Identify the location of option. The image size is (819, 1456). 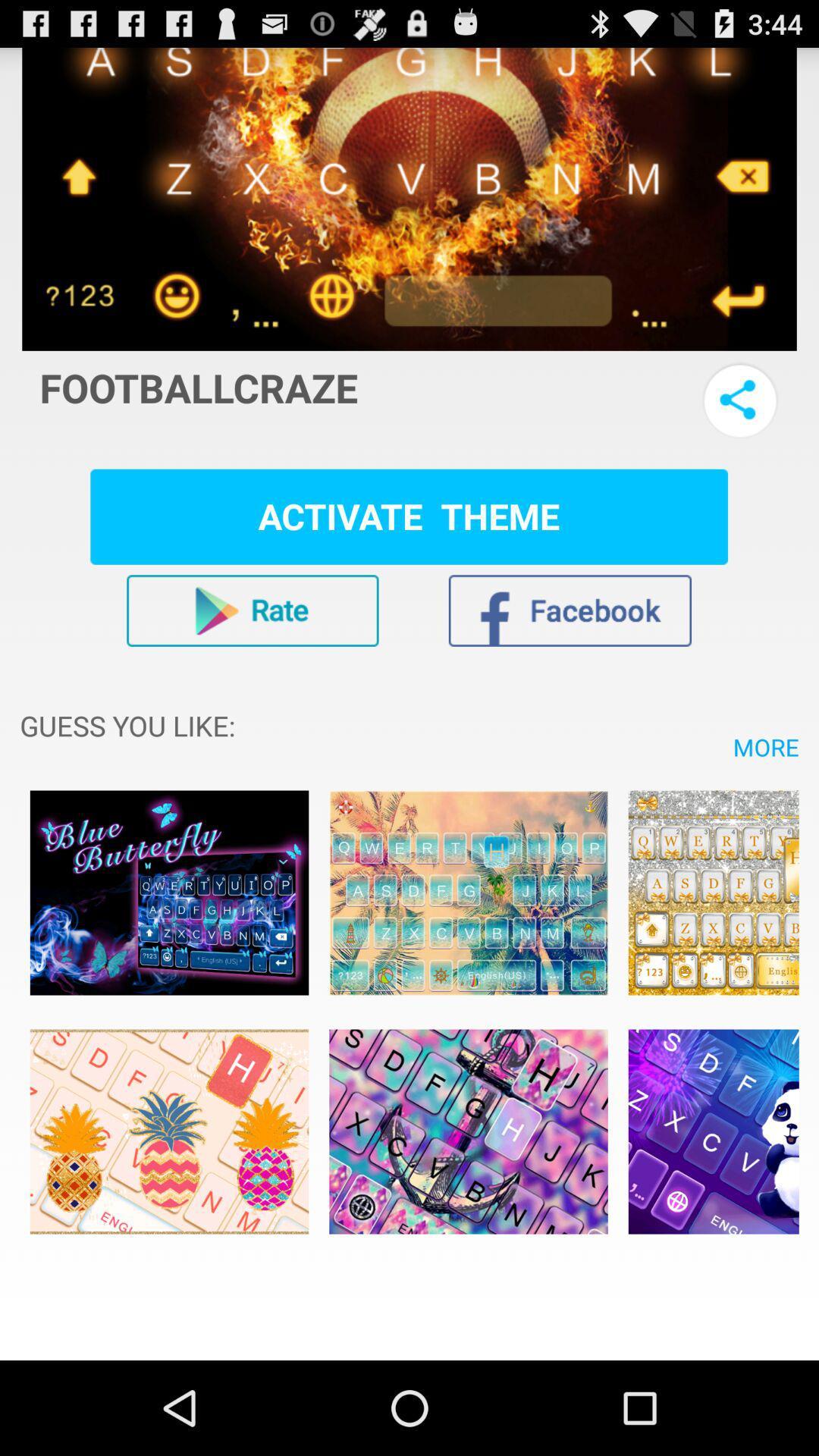
(467, 893).